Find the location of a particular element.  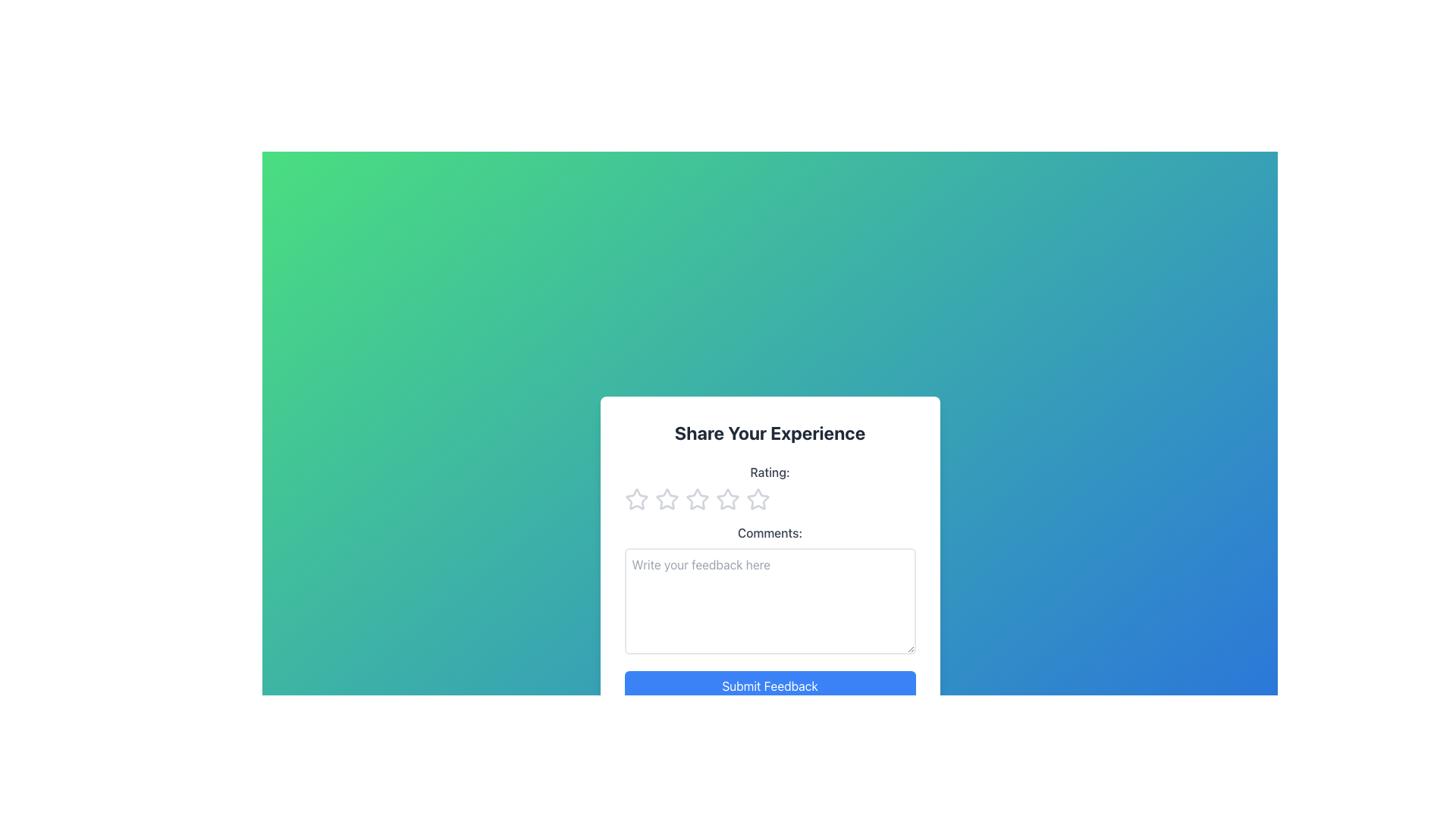

the interactive star-based rating control located below the 'Rating:' section to set a rating is located at coordinates (770, 500).